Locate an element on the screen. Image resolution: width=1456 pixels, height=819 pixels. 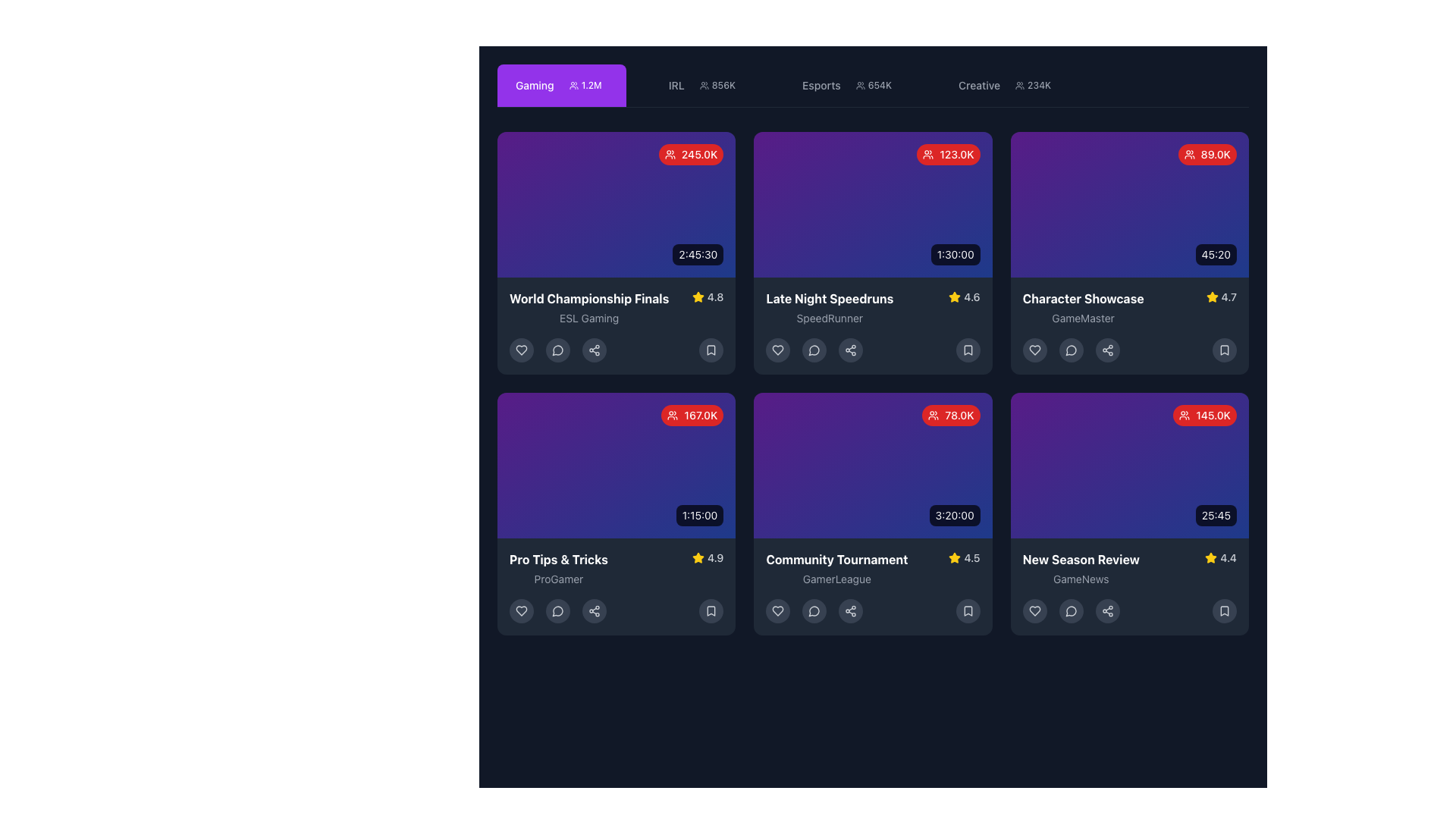
the non-interactive text label displaying the creator or participant's name in the 'Character Showcase' card, located at the bottom section of the card, directly below the title is located at coordinates (1082, 318).